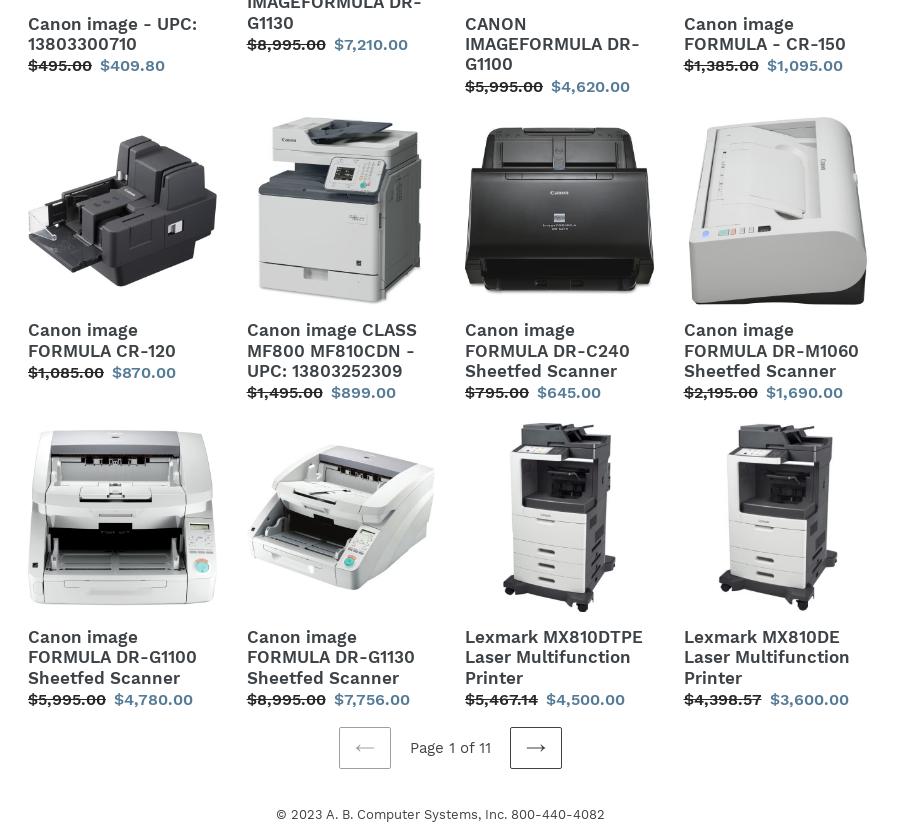 This screenshot has width=900, height=840. What do you see at coordinates (549, 85) in the screenshot?
I see `'$4,620.00'` at bounding box center [549, 85].